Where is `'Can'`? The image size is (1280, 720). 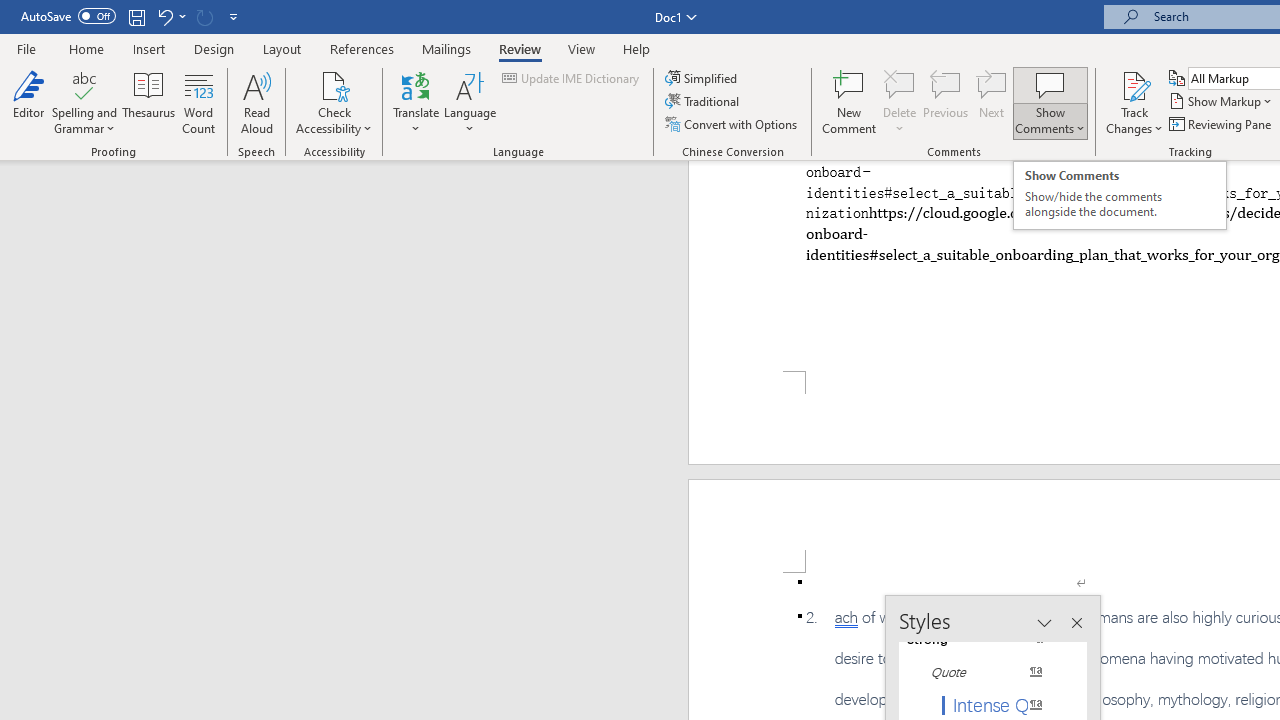 'Can' is located at coordinates (204, 16).